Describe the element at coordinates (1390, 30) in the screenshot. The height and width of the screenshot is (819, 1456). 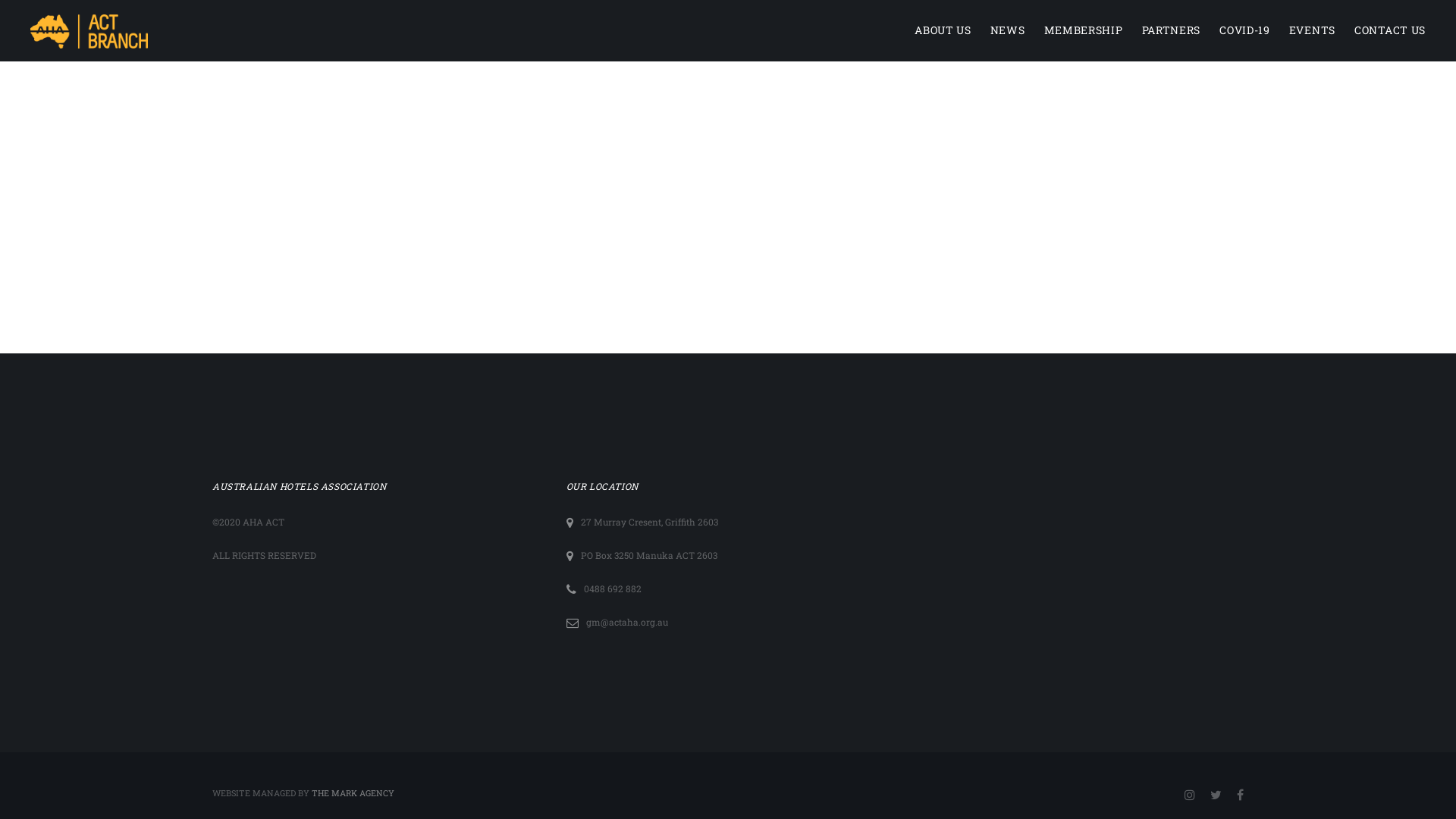
I see `'CONTACT US'` at that location.